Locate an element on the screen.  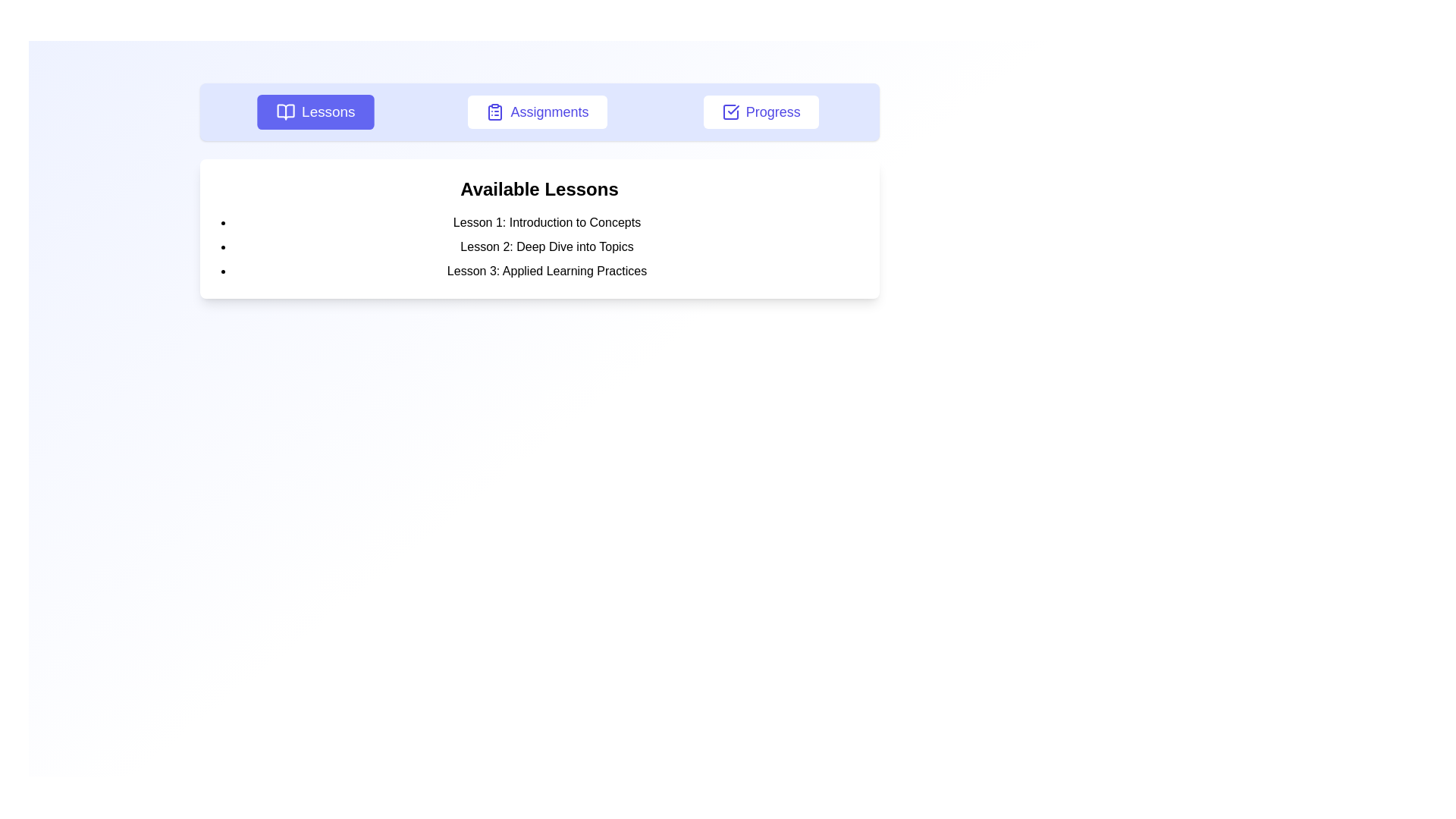
the text list item labeled 'Lesson 3: Applied Learning Practices' in the 'Available Lessons' list is located at coordinates (546, 271).